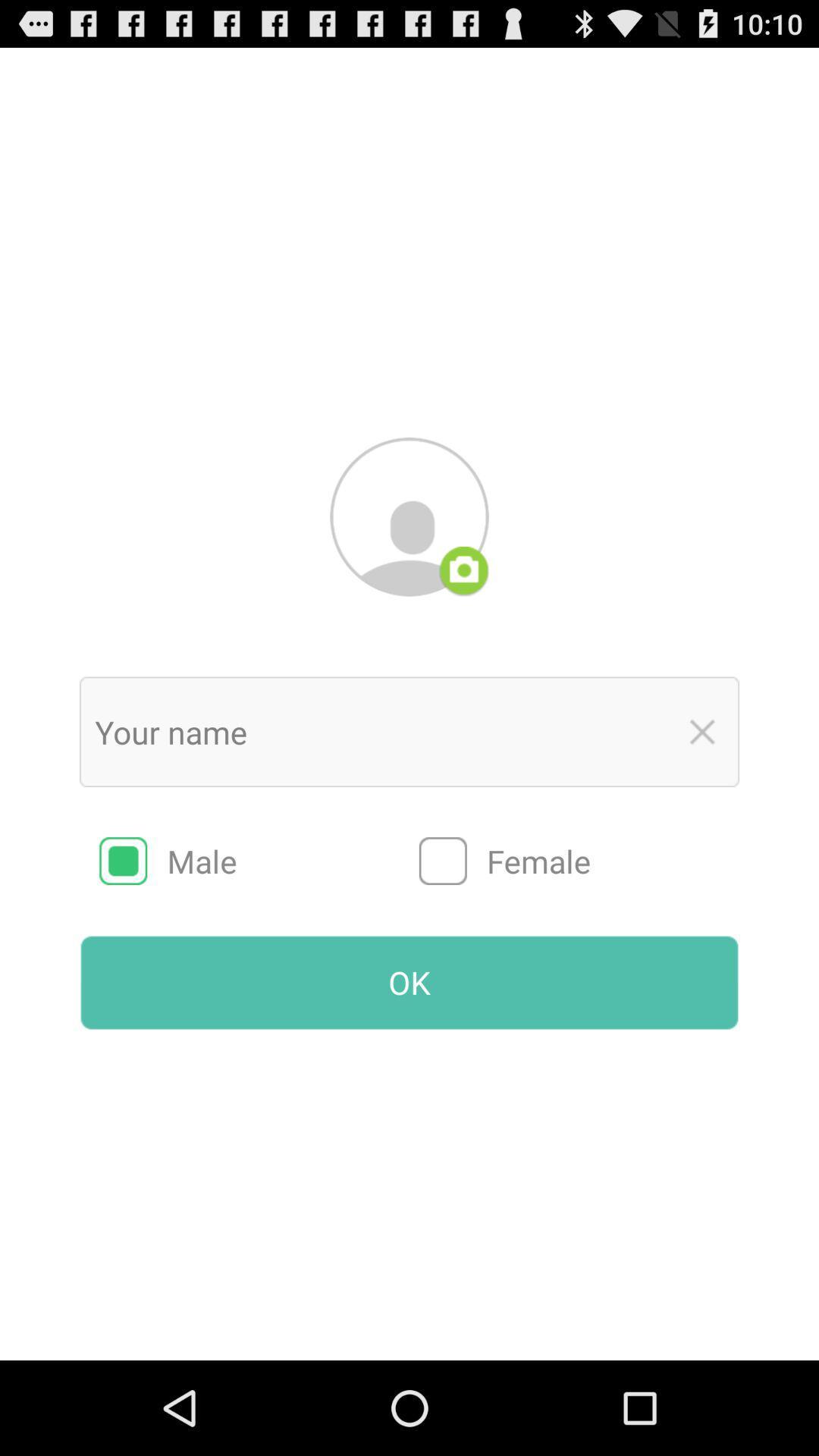 The image size is (819, 1456). I want to click on radio button next to the female, so click(259, 861).